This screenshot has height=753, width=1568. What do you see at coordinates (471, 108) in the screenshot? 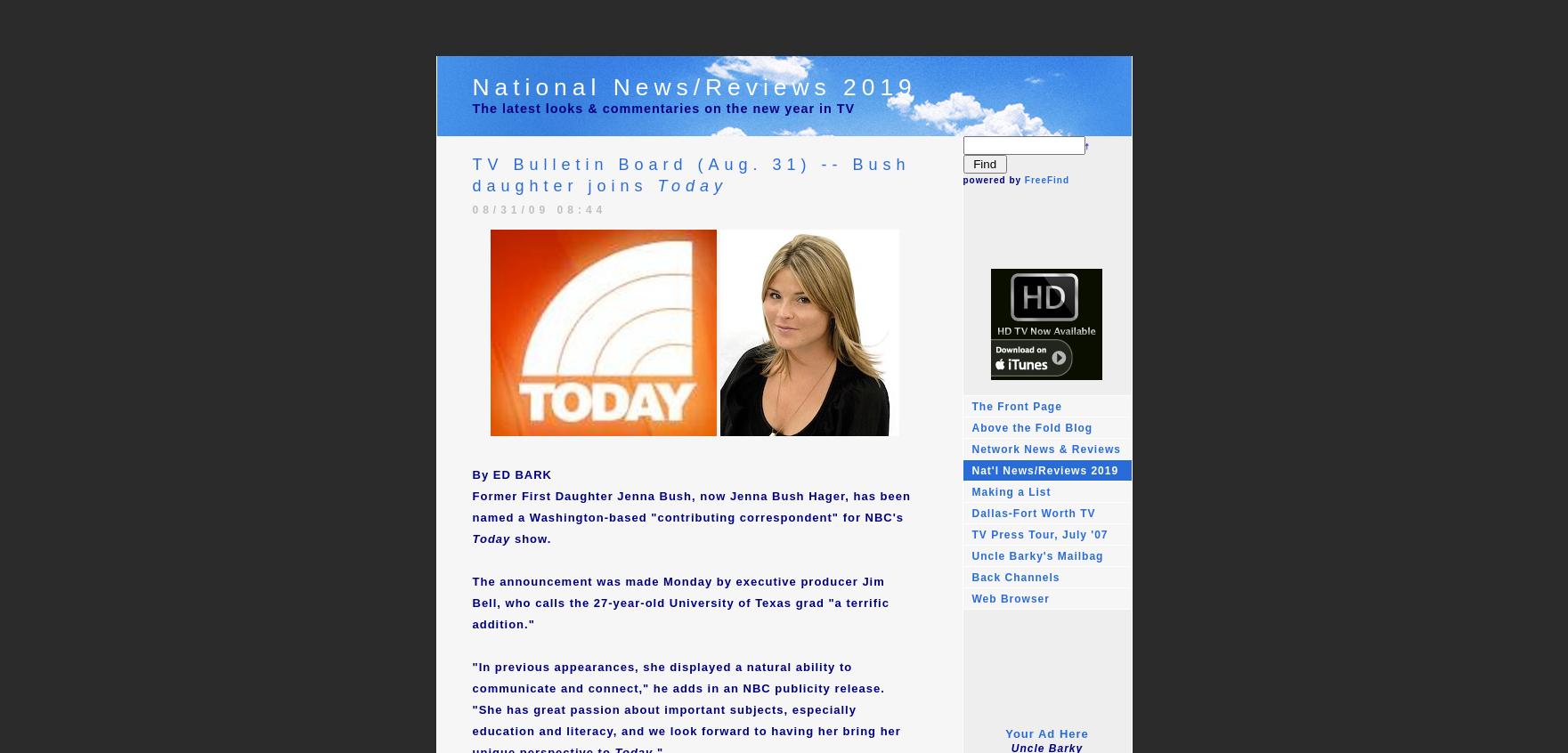
I see `'The latest looks & commentaries on the new year in TV'` at bounding box center [471, 108].